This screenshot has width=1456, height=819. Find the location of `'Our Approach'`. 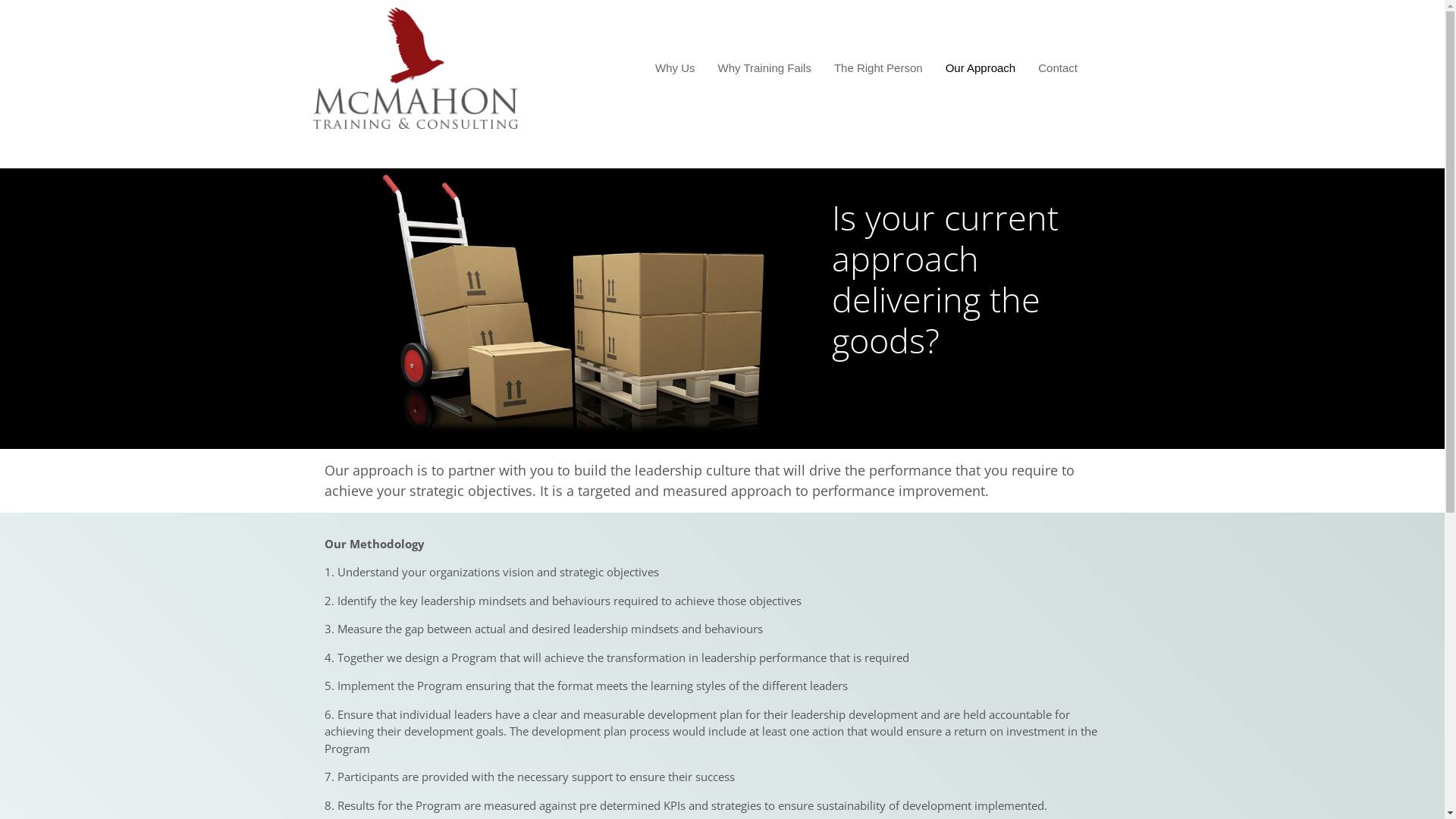

'Our Approach' is located at coordinates (981, 67).